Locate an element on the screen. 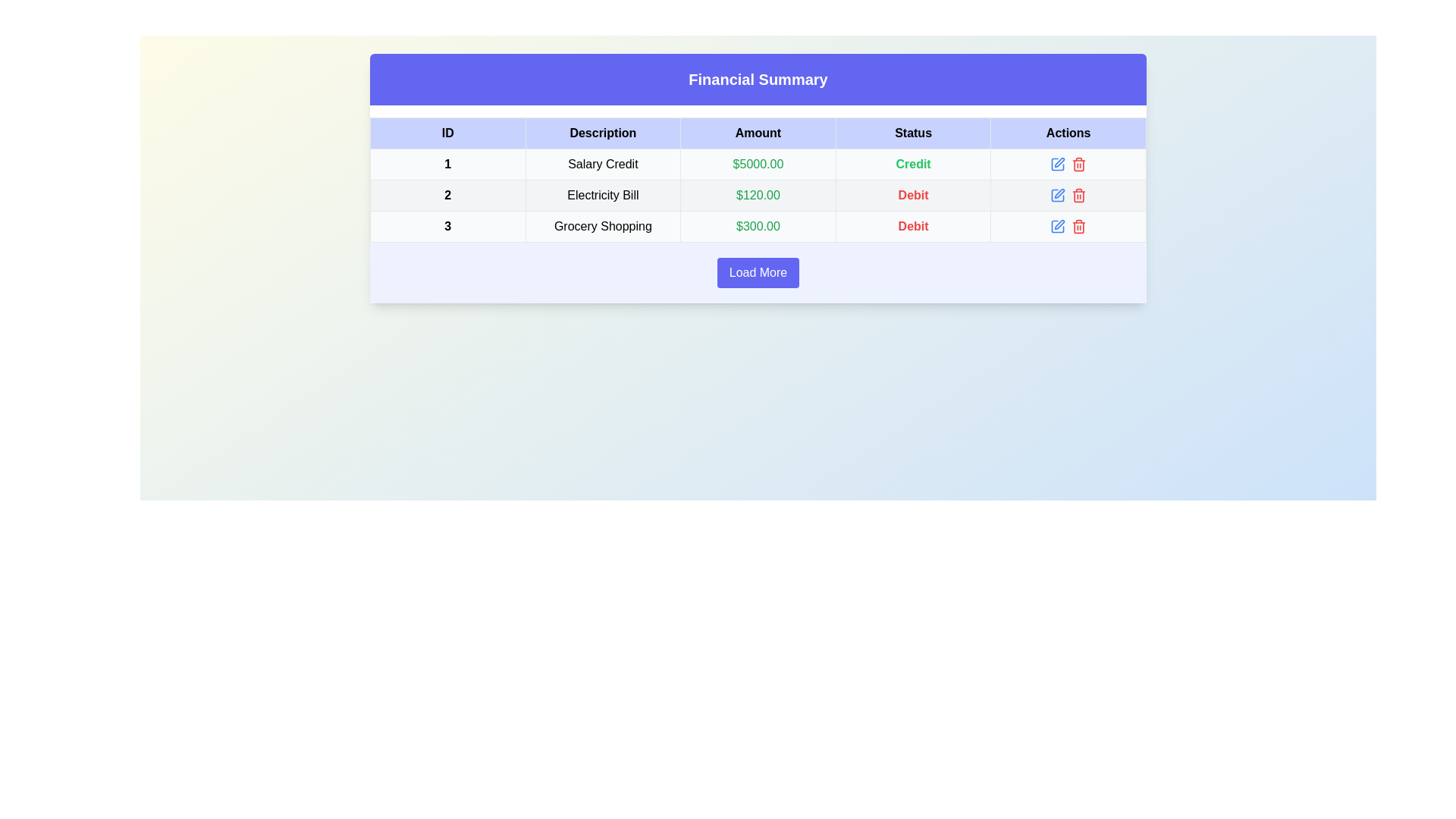  the static text label indicating the transaction status 'Credit' in the third column of the first row of the financial summary dashboard is located at coordinates (912, 164).